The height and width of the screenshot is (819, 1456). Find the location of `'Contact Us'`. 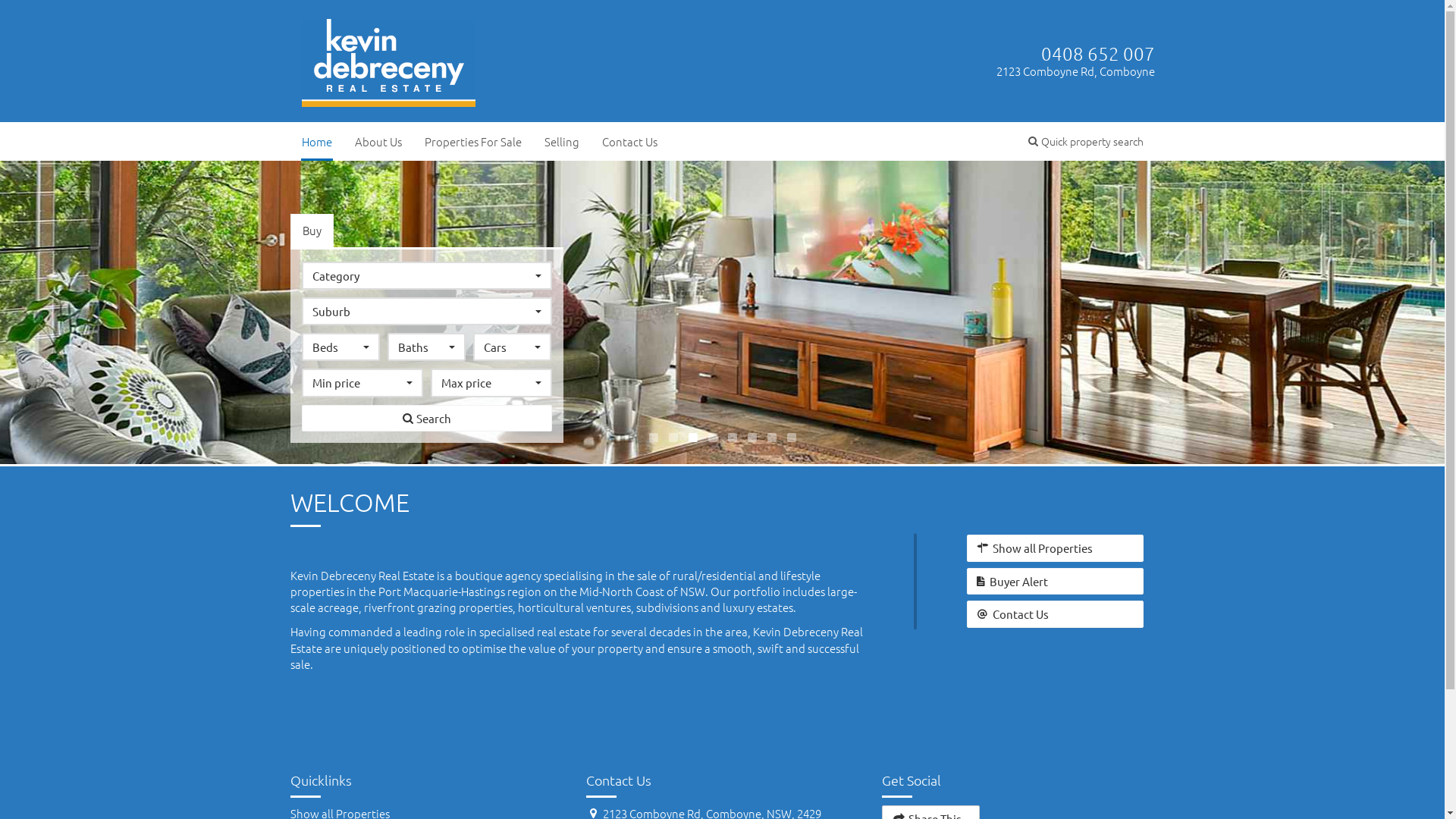

'Contact Us' is located at coordinates (1054, 613).